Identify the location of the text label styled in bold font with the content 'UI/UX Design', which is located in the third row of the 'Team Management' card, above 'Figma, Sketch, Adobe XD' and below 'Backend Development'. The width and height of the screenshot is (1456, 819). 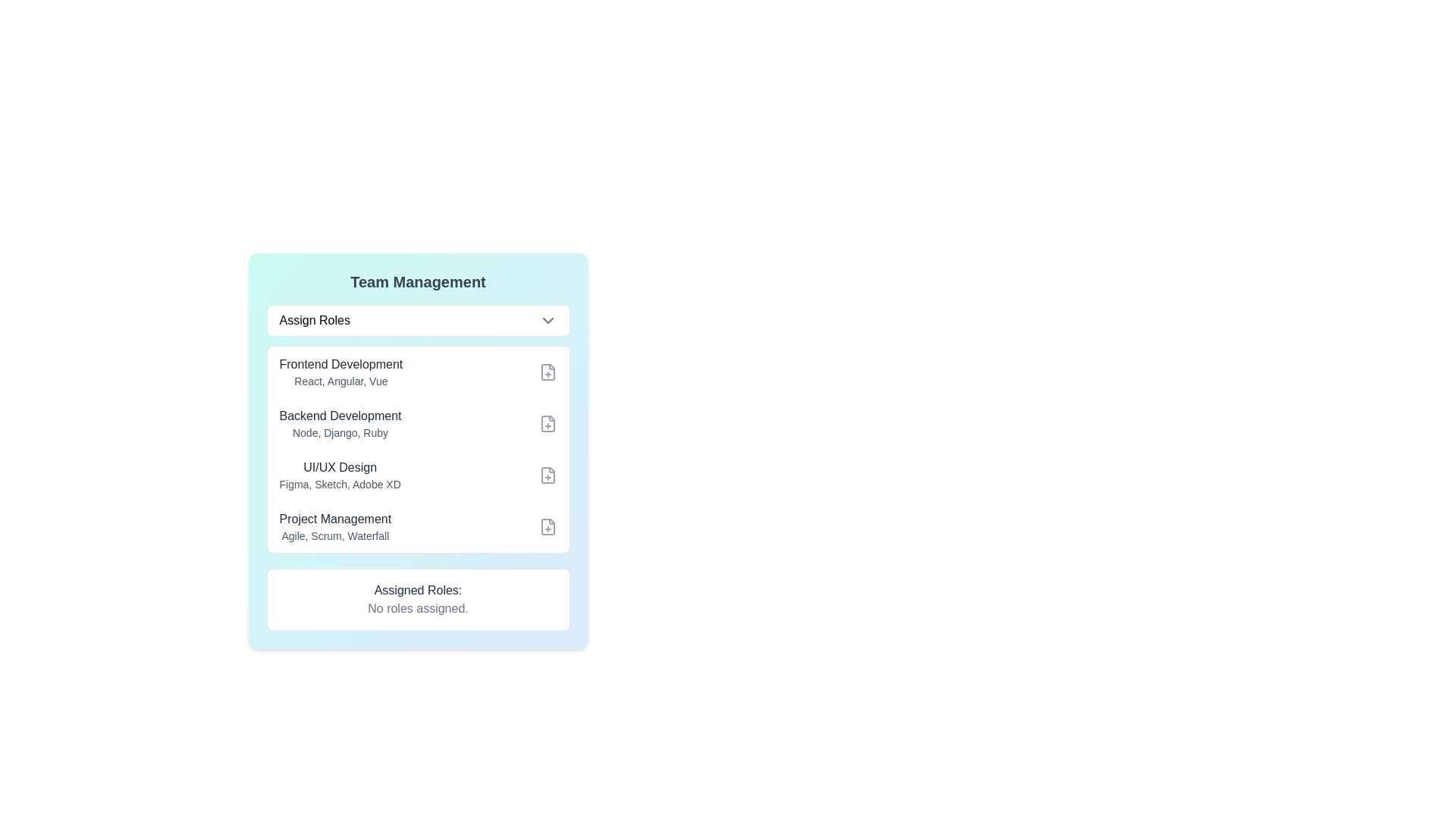
(339, 467).